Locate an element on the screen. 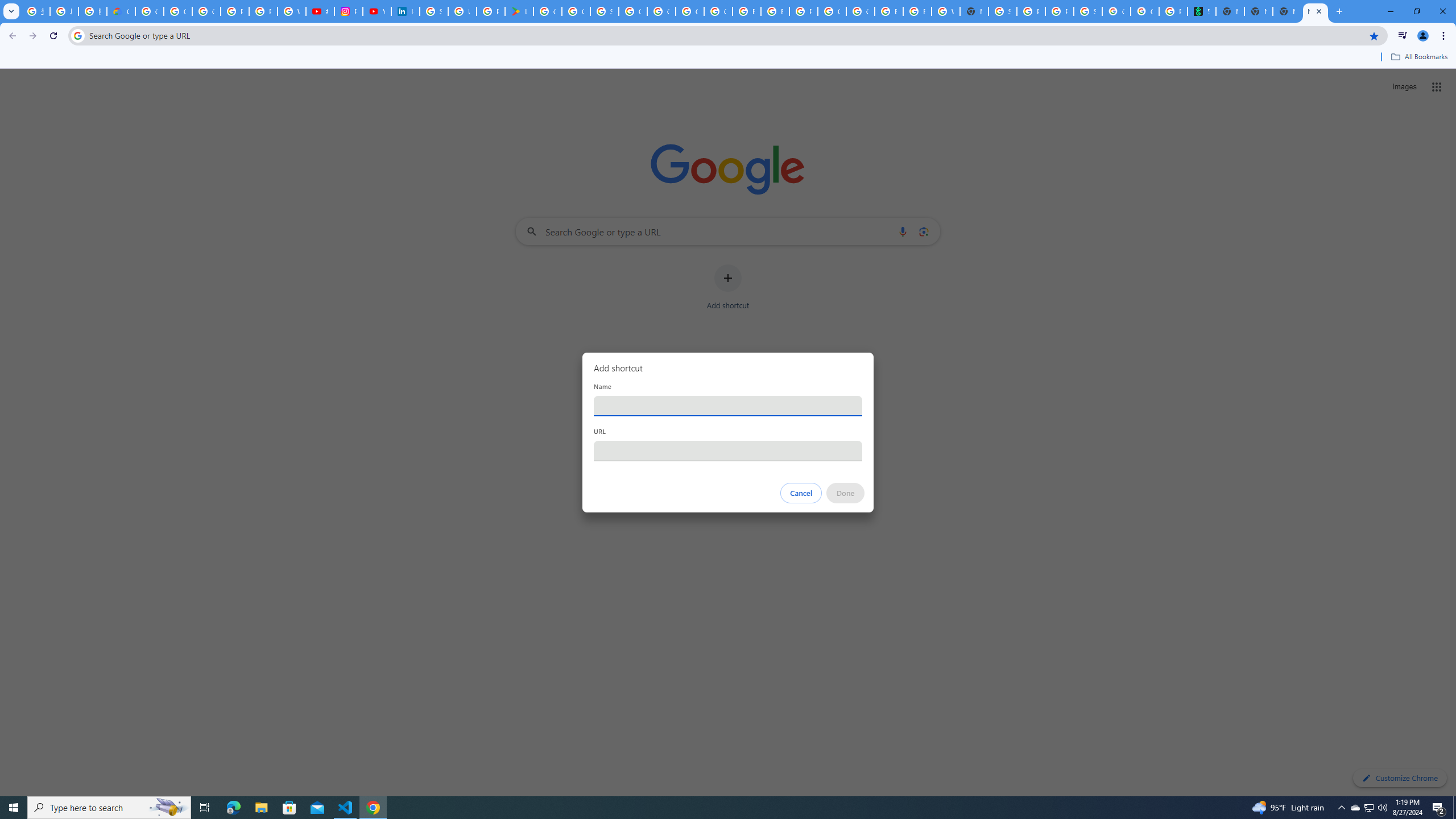 This screenshot has height=819, width=1456. 'New Tab' is located at coordinates (1314, 11).